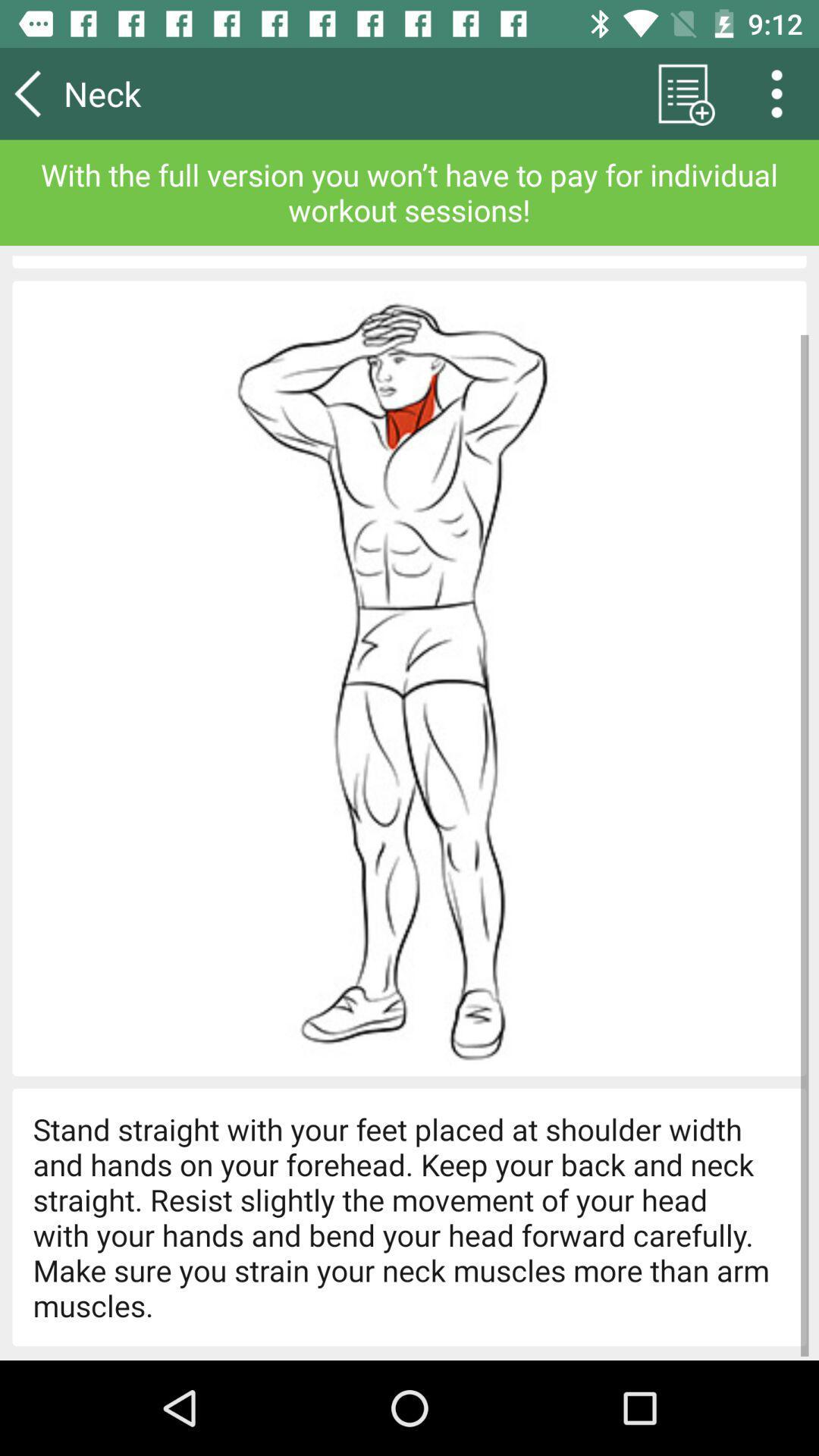  What do you see at coordinates (682, 93) in the screenshot?
I see `the list icon` at bounding box center [682, 93].